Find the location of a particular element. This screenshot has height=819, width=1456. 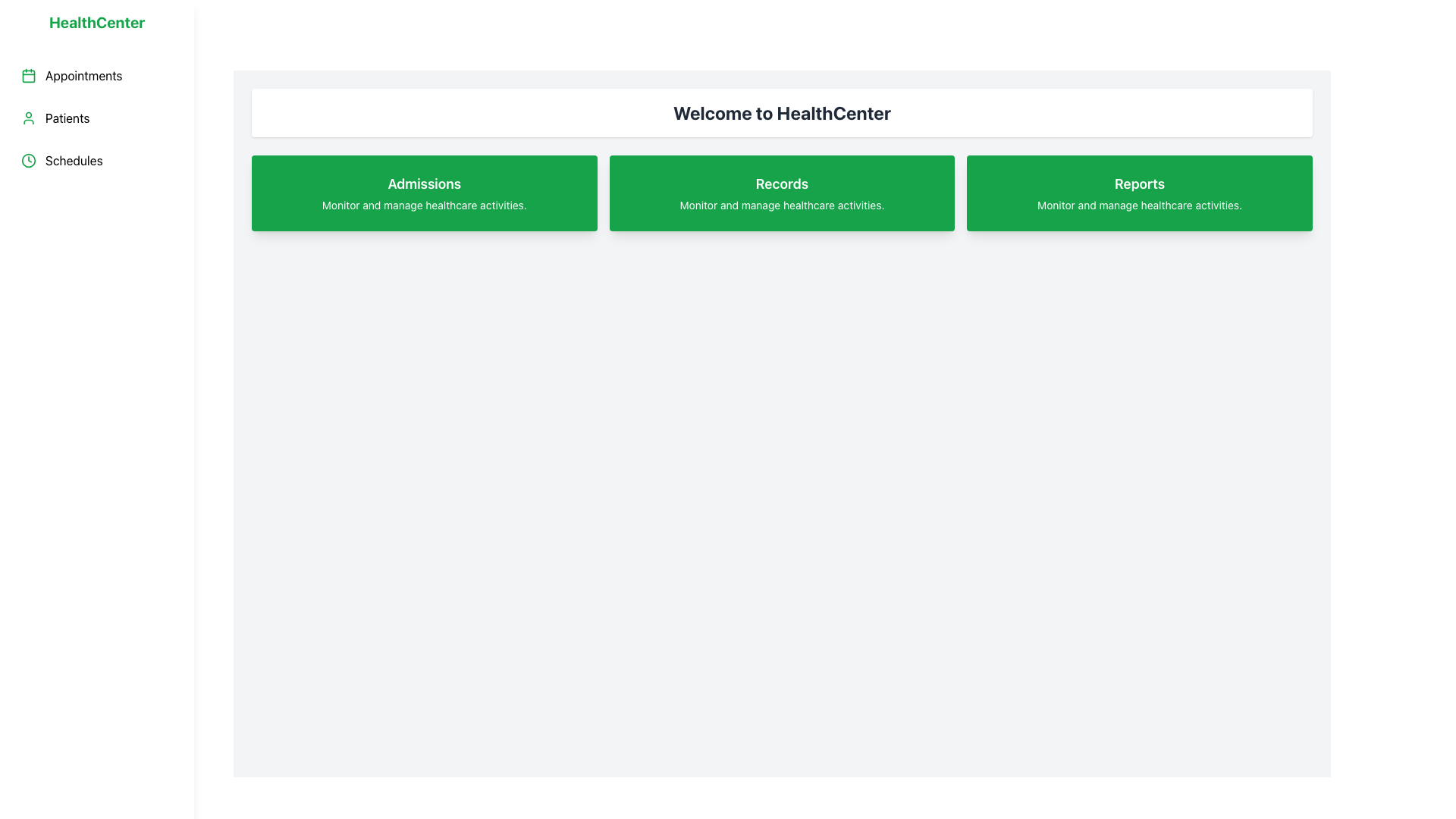

the circular clock icon with a green stroke color located on the left sidebar, adjacent to the 'Schedules' menu item is located at coordinates (29, 161).